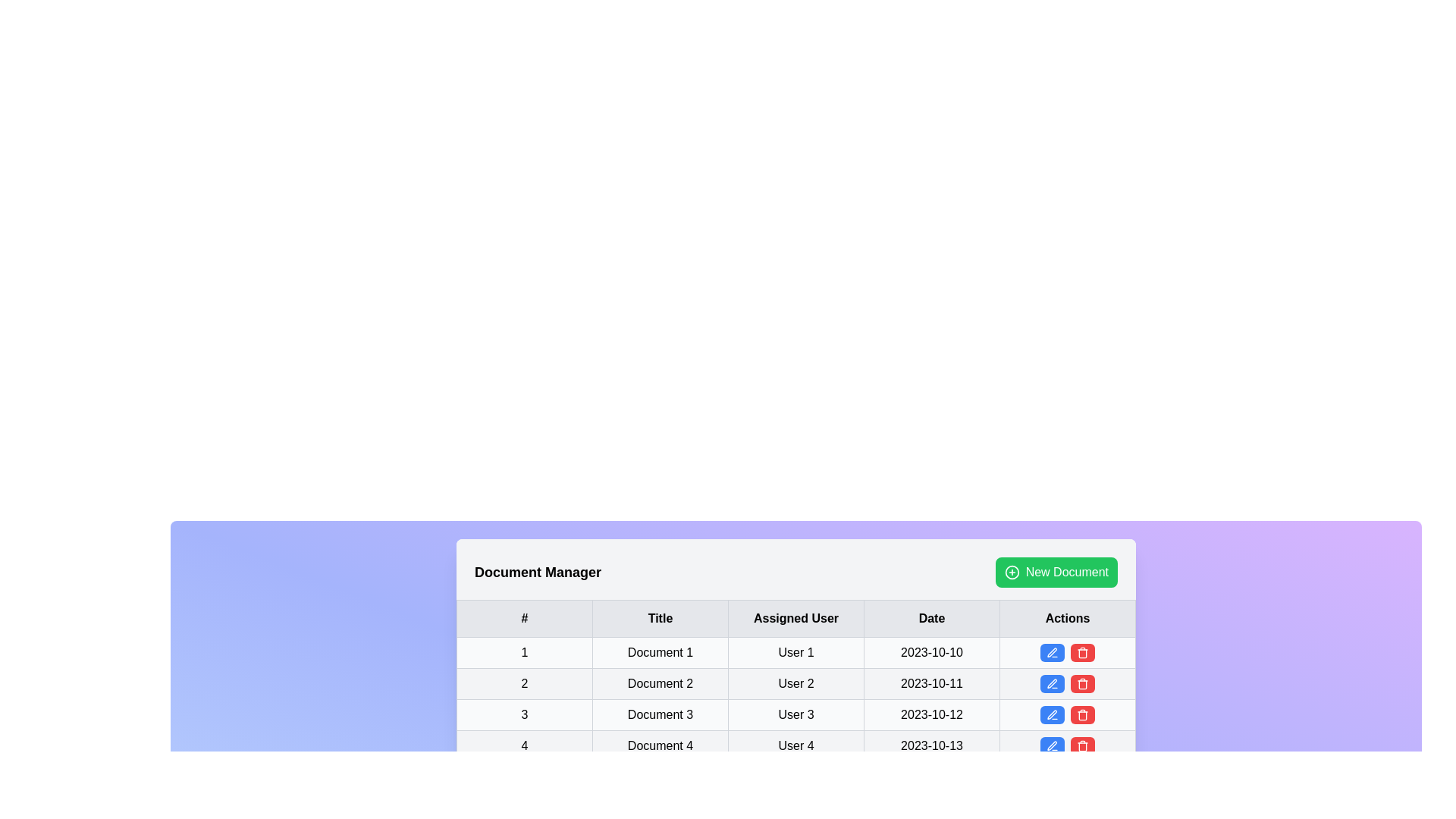  I want to click on the 'Edit' action icon located in the first row of the 'Actions' column in the table, so click(1051, 651).